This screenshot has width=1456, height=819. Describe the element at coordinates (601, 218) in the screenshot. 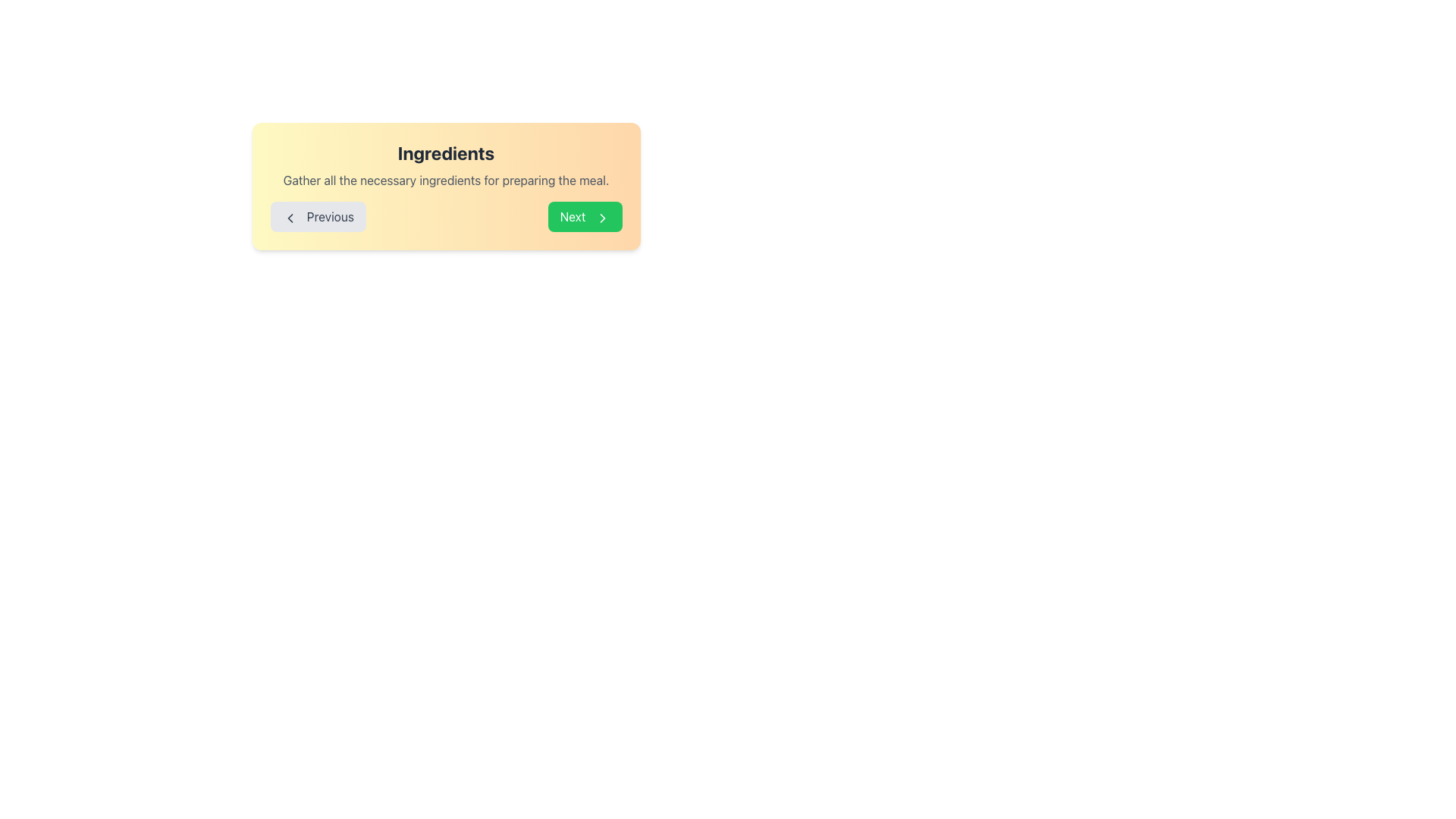

I see `the arrow icon representing the action of moving forward, which is centered within the 'Next' button located at the bottom right of the 'Ingredients' section` at that location.